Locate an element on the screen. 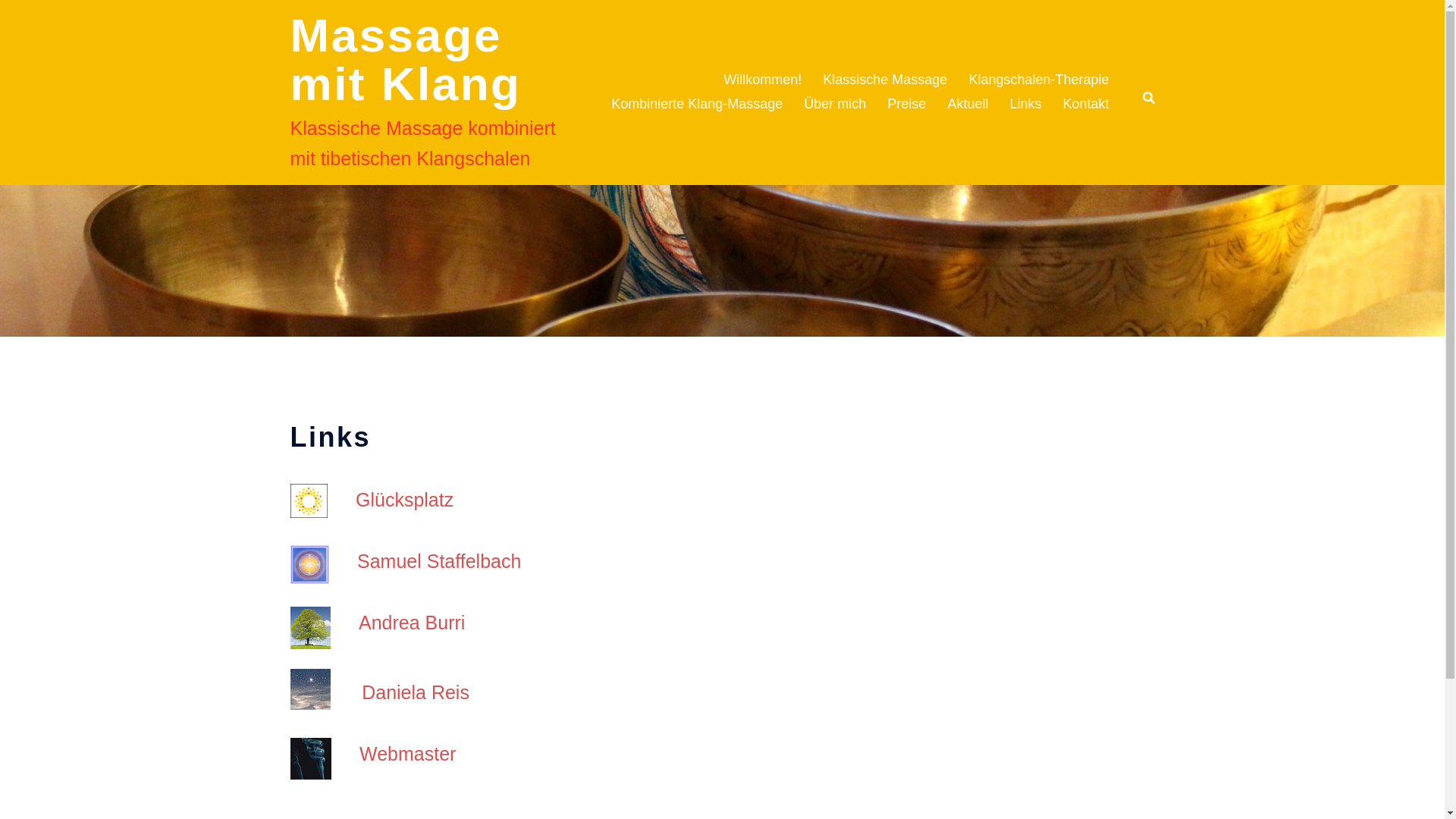 The width and height of the screenshot is (1456, 819). 'Aktuell' is located at coordinates (967, 104).